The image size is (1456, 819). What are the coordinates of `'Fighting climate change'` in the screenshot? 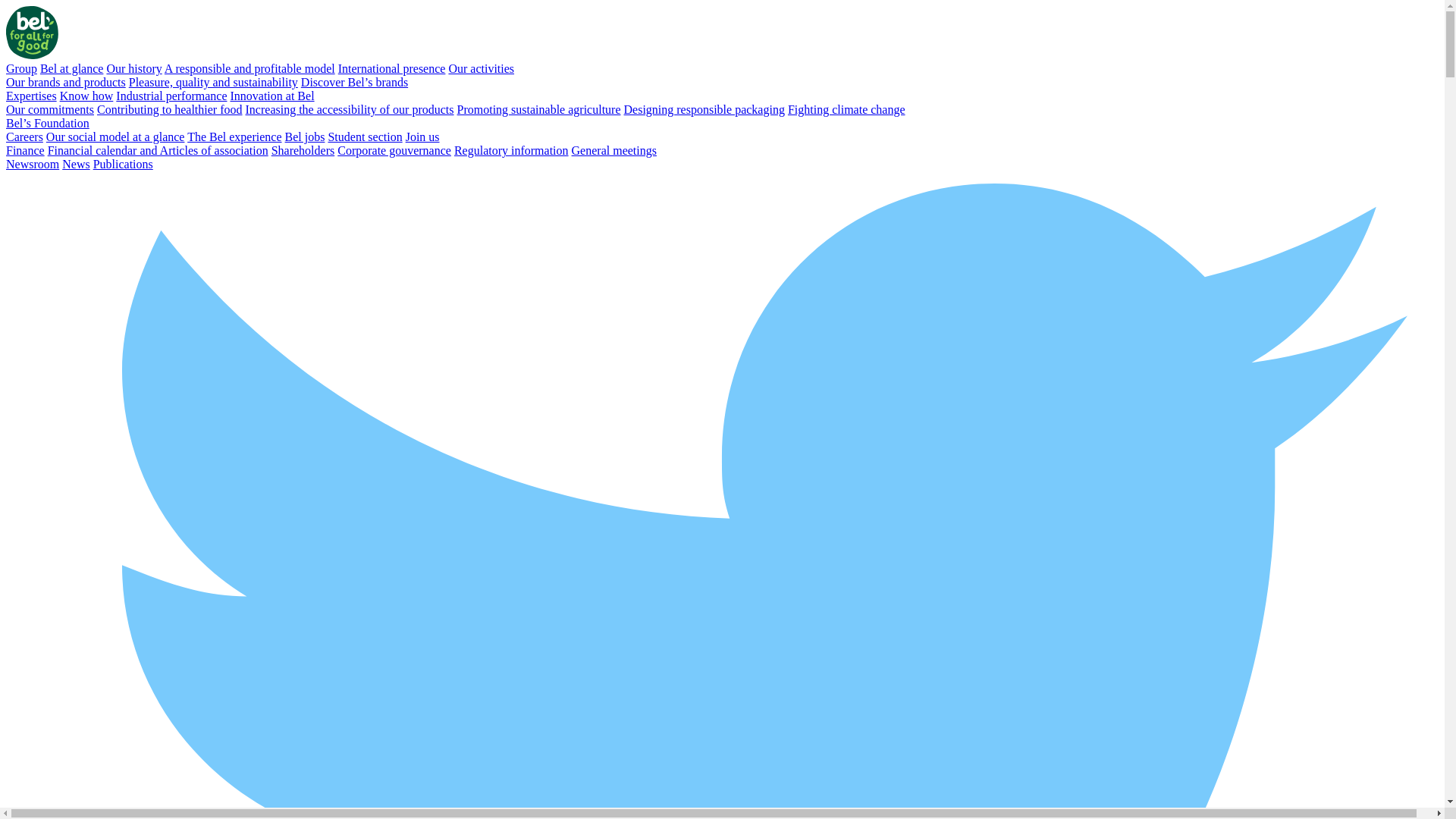 It's located at (846, 108).